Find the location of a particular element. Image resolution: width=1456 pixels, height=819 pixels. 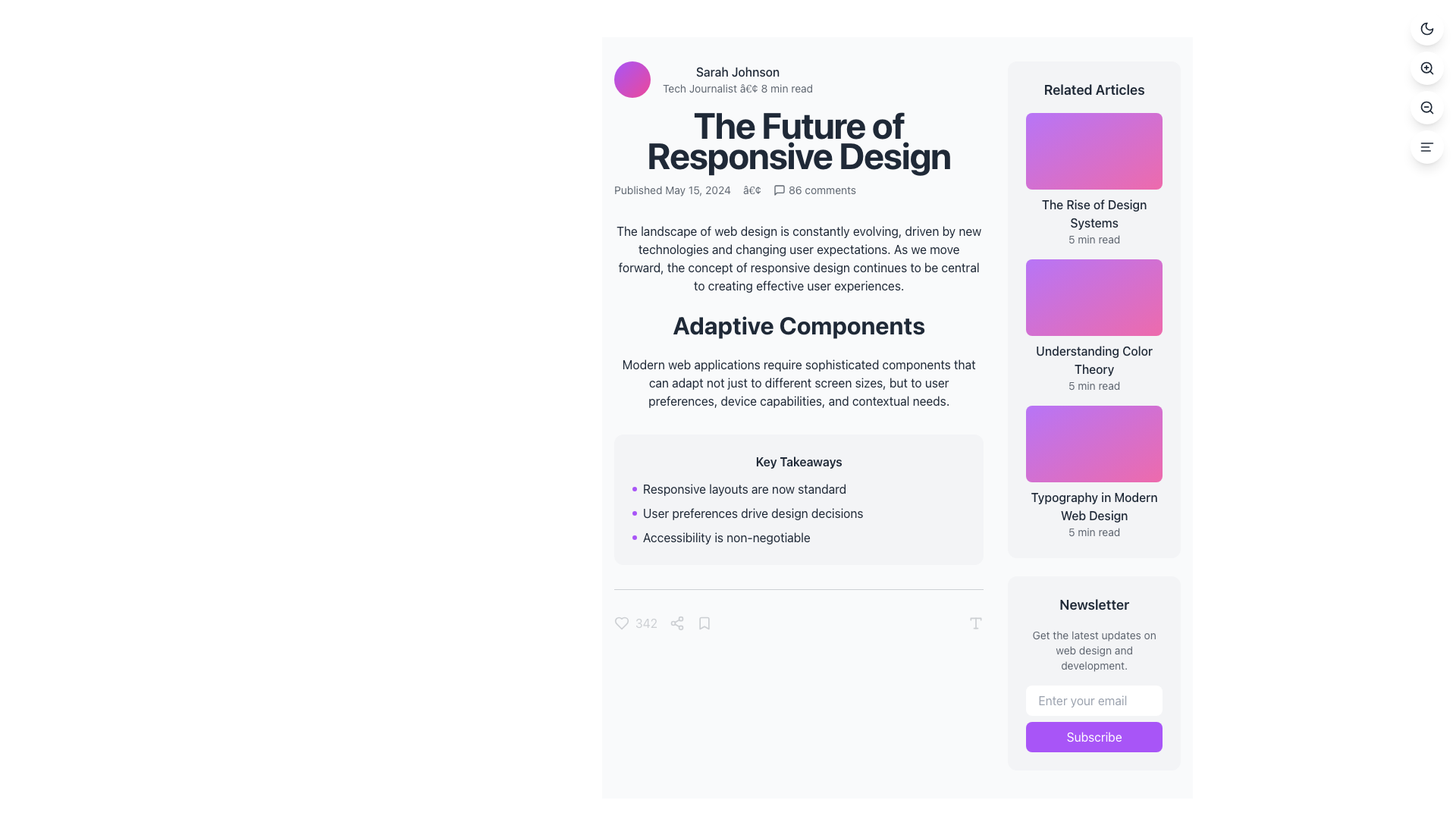

the text label displaying 'Published May 15, 2024', which is located below the main heading 'The Future of Responsive Design' in the top-left section of the article is located at coordinates (672, 189).